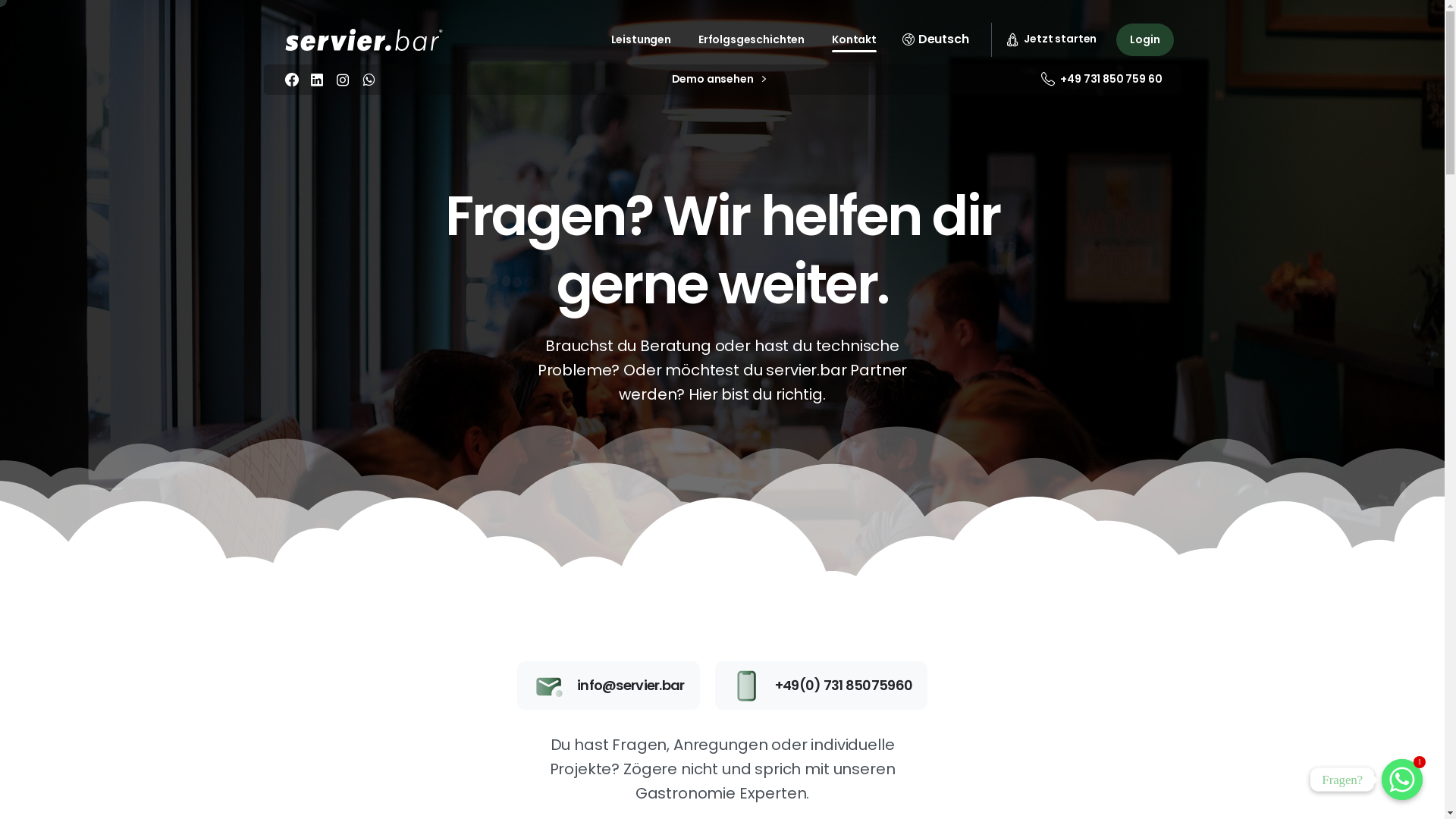 The width and height of the screenshot is (1456, 819). Describe the element at coordinates (1102, 79) in the screenshot. I see `'+49 731 850 759 60'` at that location.